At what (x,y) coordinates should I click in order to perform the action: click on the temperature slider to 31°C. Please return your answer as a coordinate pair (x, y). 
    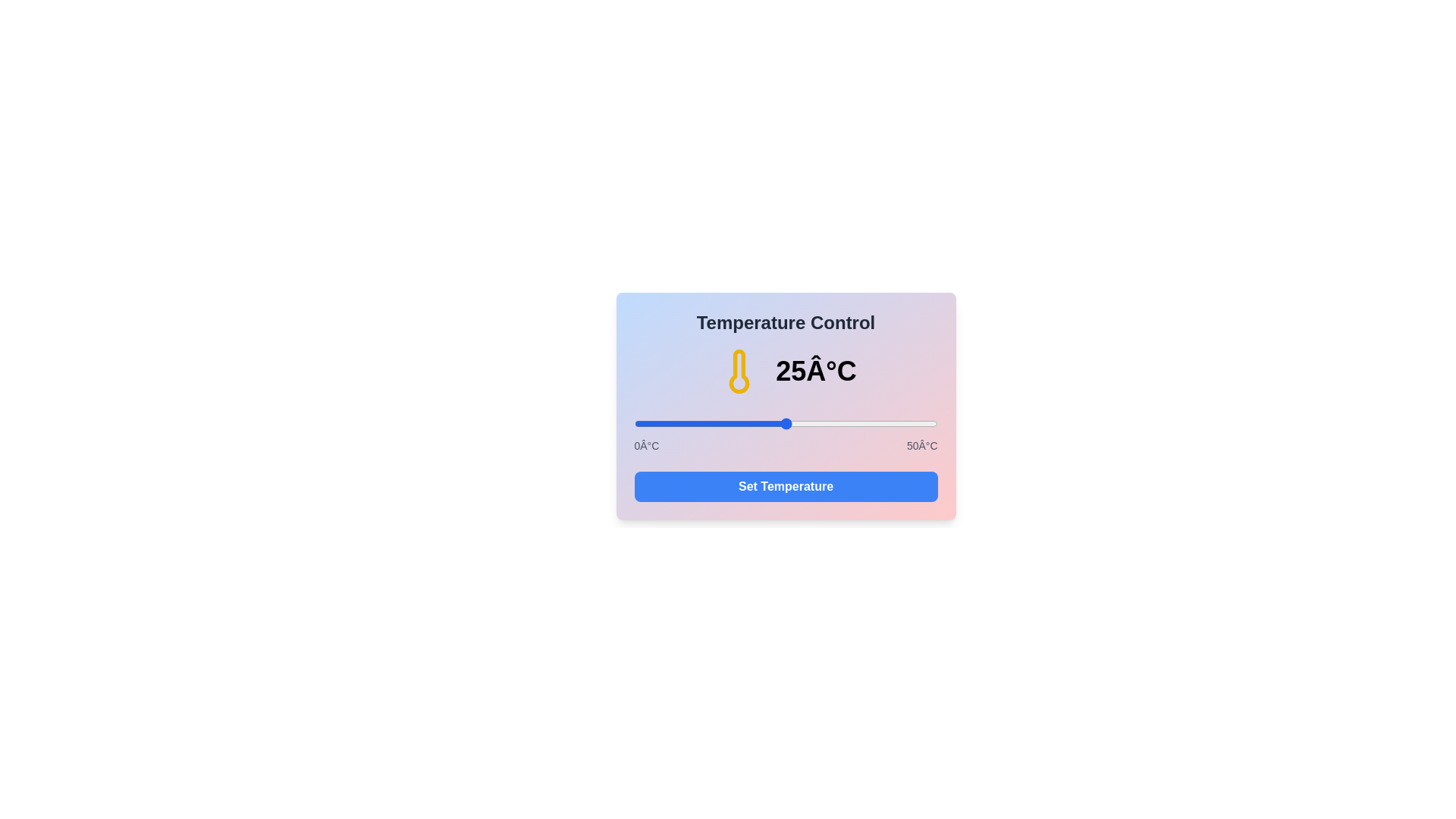
    Looking at the image, I should click on (821, 424).